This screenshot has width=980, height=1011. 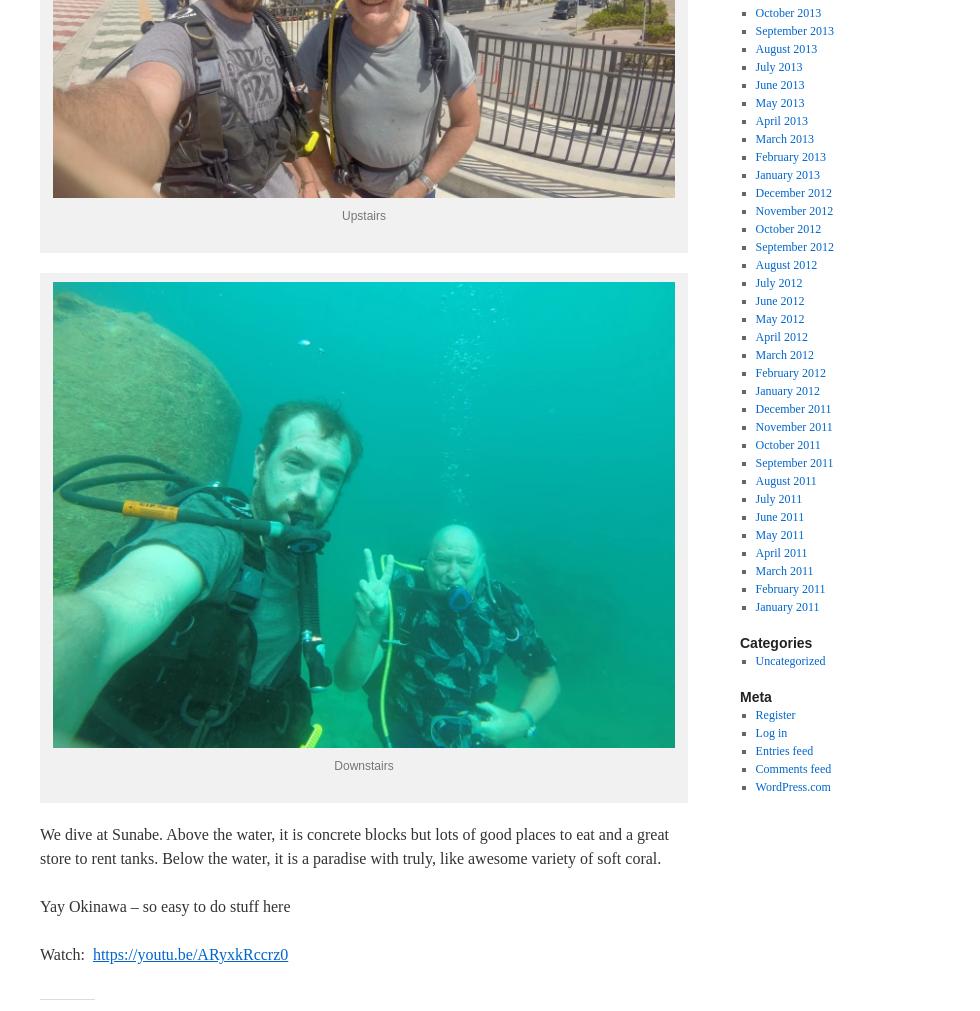 I want to click on 'December 2012', so click(x=754, y=191).